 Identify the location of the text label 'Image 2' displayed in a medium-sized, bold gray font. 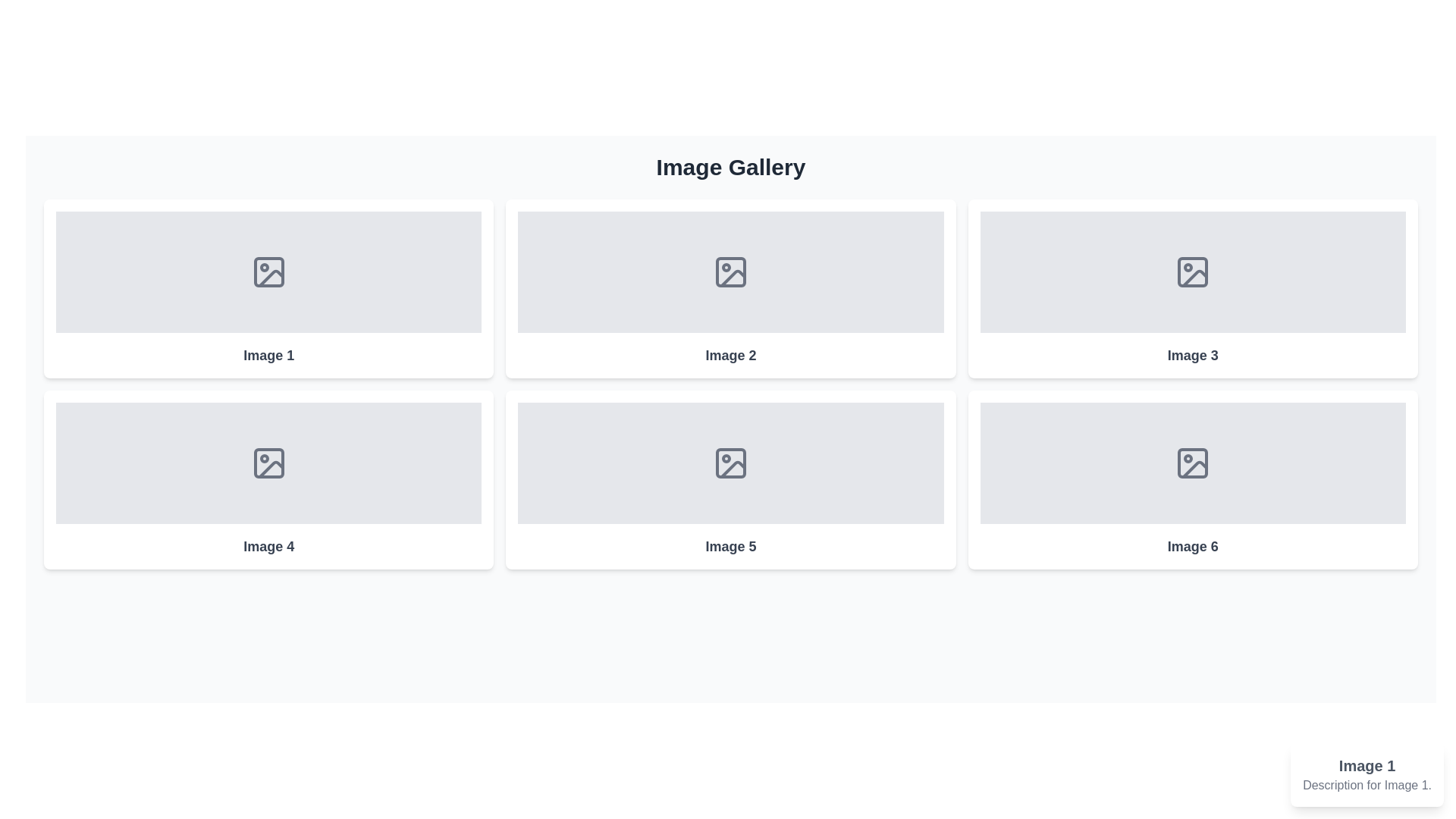
(731, 356).